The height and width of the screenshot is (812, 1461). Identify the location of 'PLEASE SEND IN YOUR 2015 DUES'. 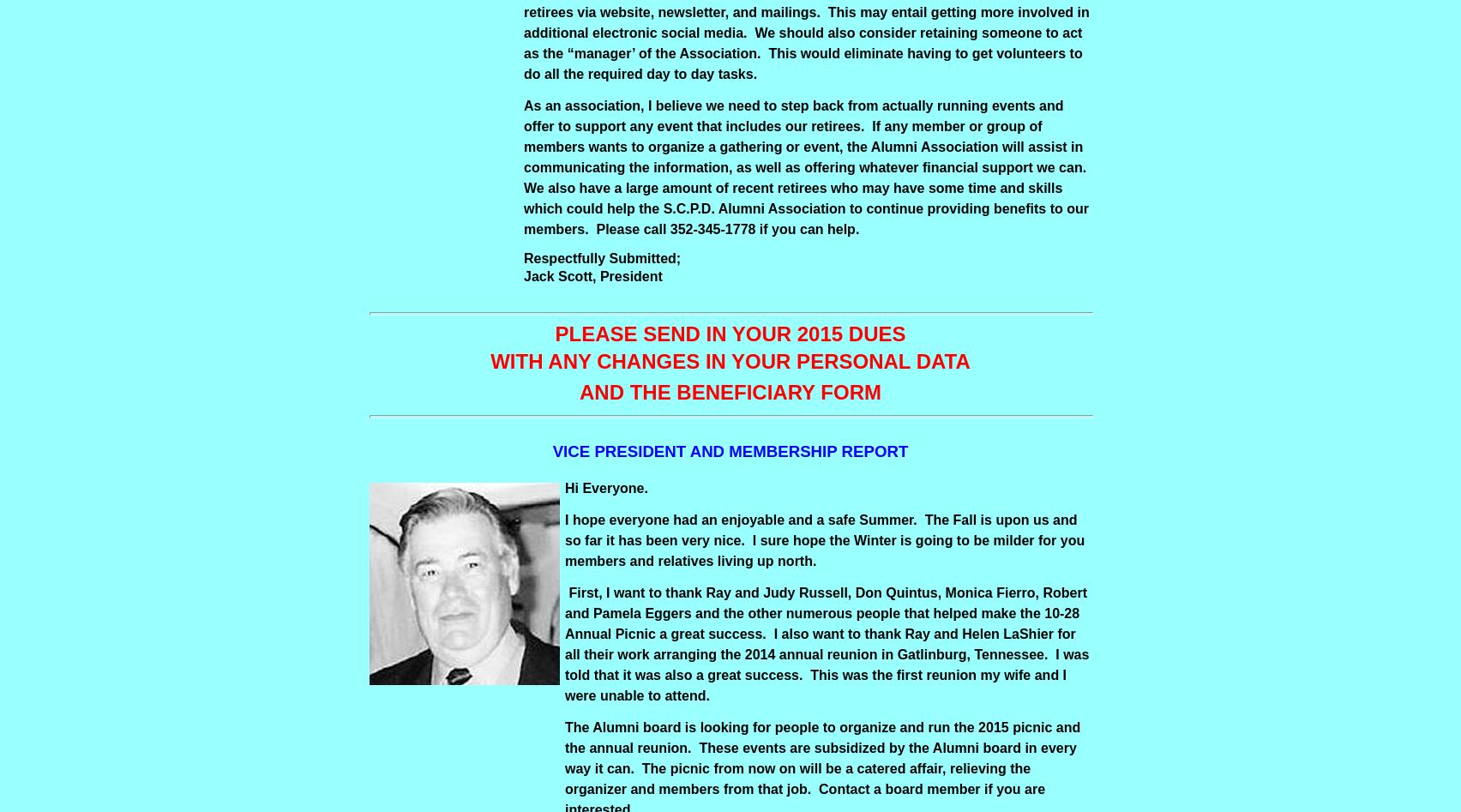
(729, 333).